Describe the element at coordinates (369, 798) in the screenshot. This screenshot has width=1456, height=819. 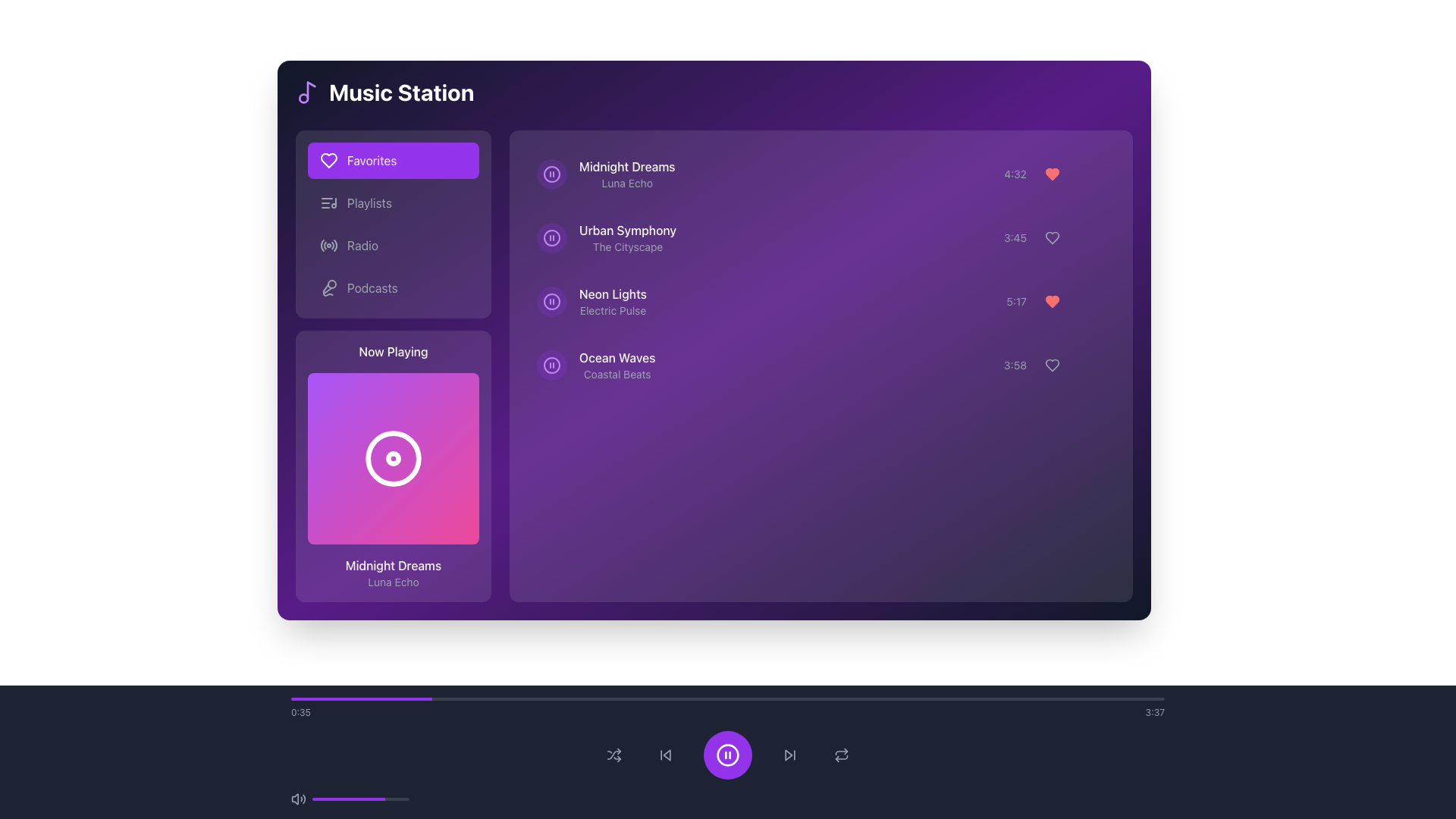
I see `the progress` at that location.